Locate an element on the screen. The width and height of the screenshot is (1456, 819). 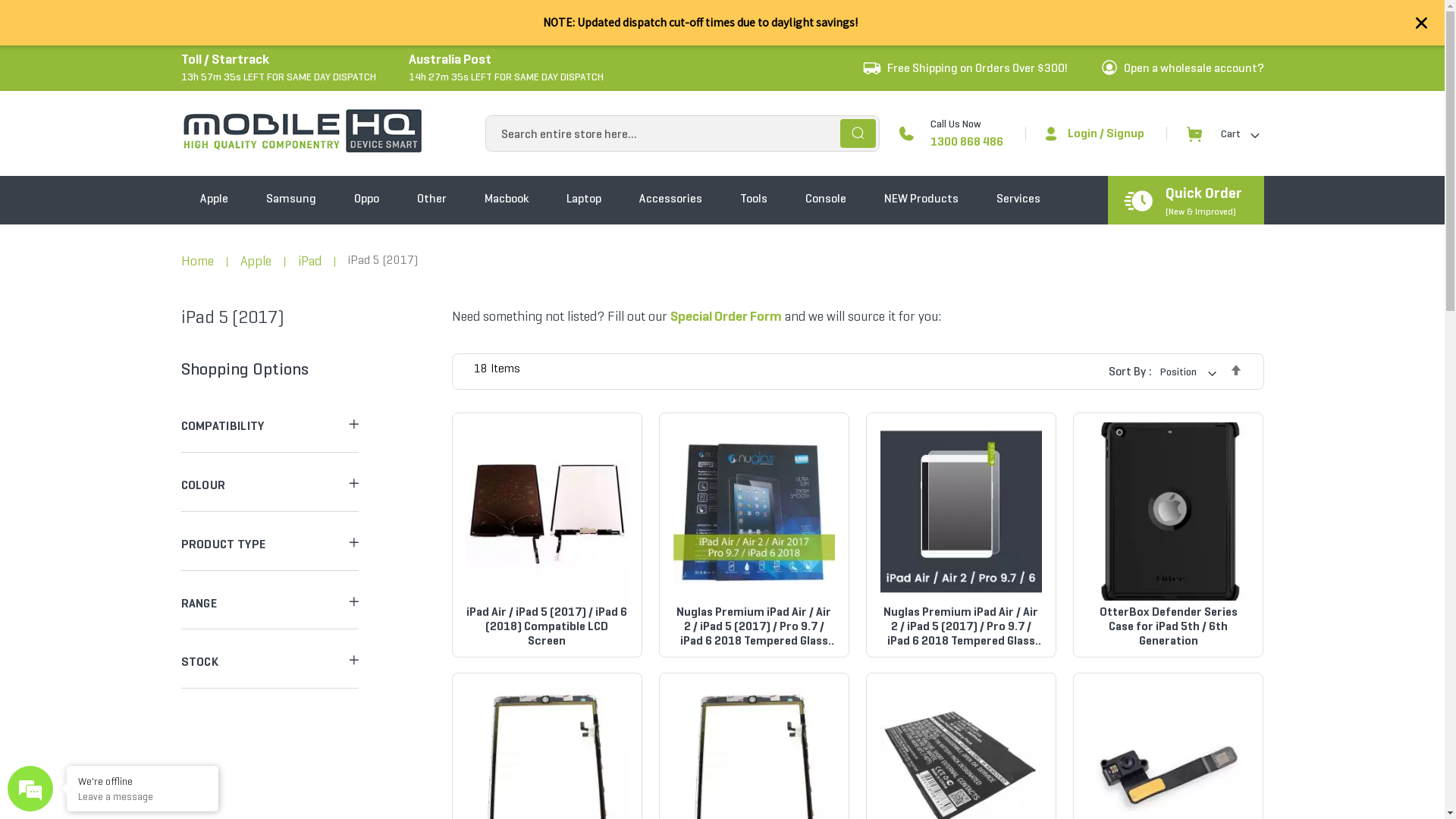
'Special Order Form' is located at coordinates (669, 315).